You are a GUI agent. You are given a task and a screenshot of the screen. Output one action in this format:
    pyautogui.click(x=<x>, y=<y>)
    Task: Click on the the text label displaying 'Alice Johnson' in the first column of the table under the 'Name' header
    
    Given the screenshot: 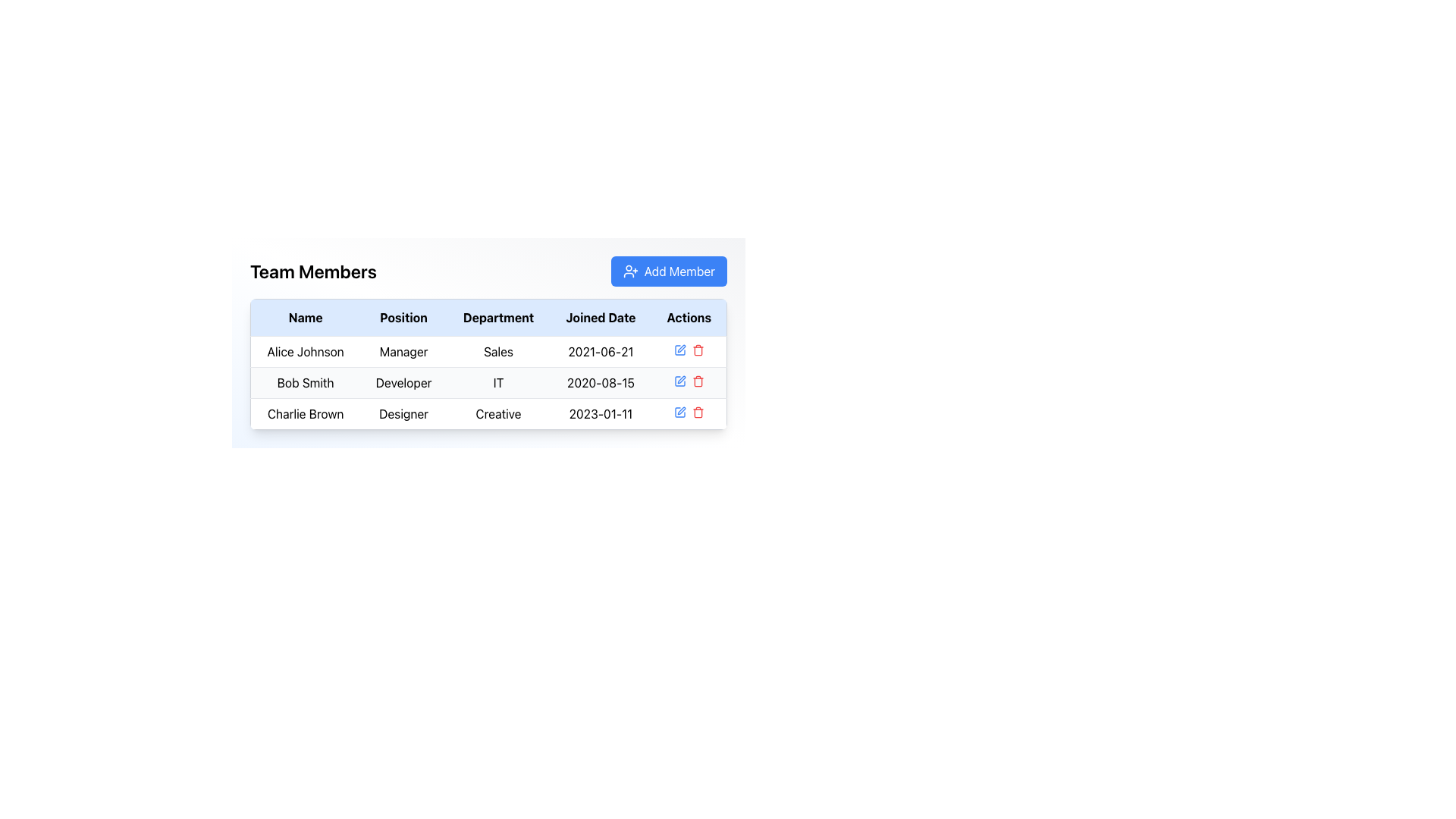 What is the action you would take?
    pyautogui.click(x=304, y=351)
    